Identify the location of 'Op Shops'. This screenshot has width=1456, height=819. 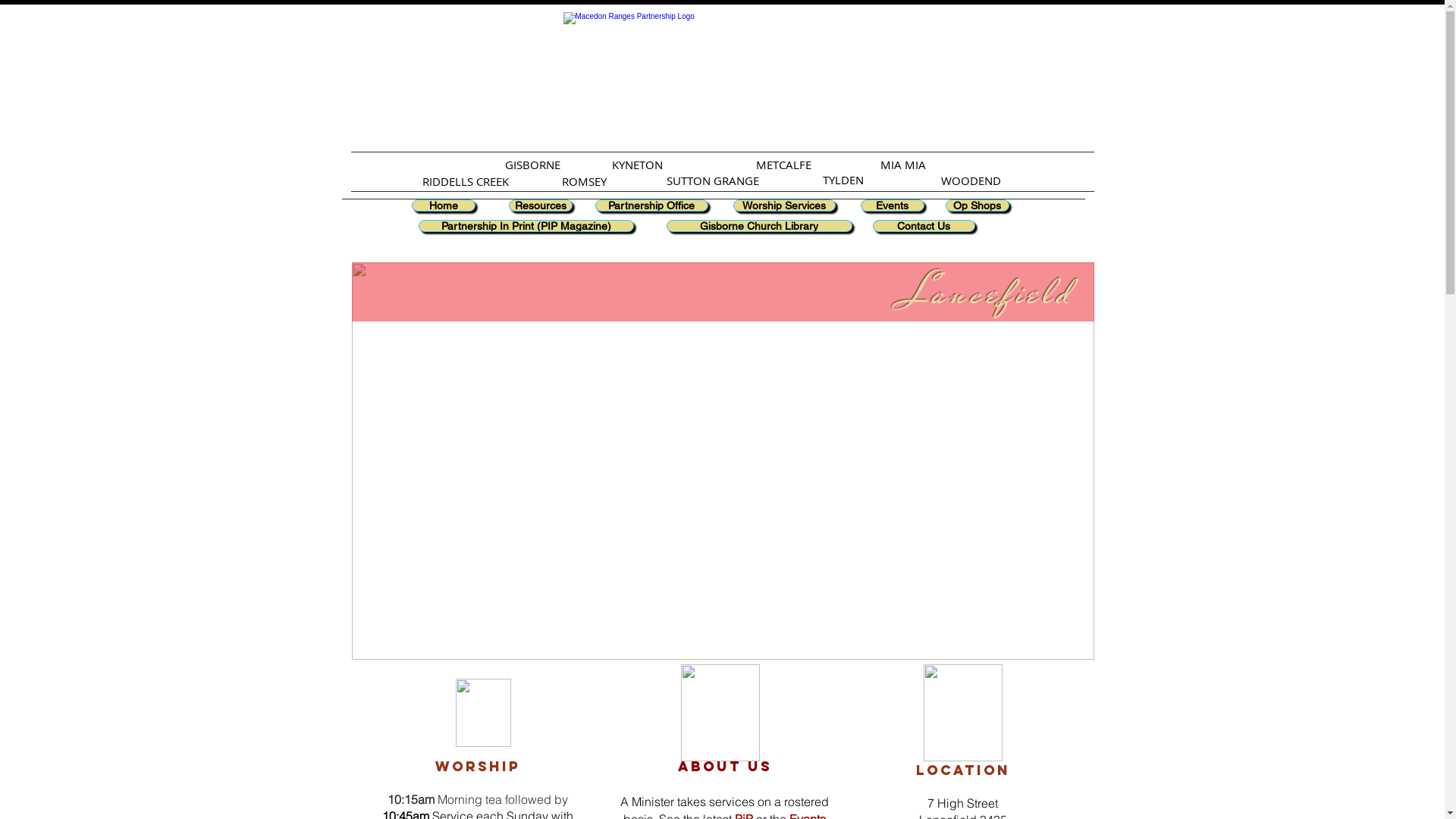
(944, 205).